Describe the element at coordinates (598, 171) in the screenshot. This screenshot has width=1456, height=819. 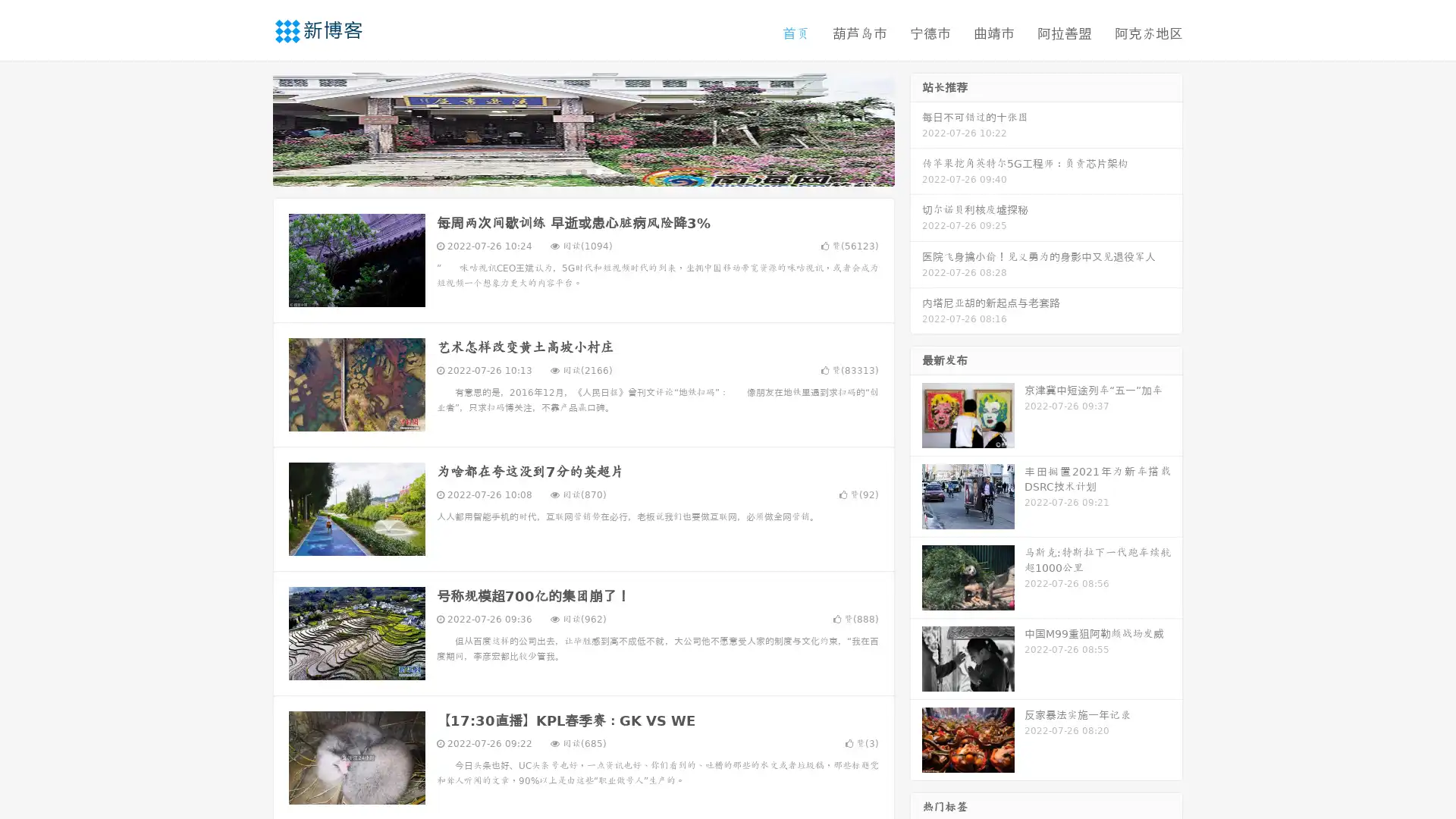
I see `Go to slide 3` at that location.